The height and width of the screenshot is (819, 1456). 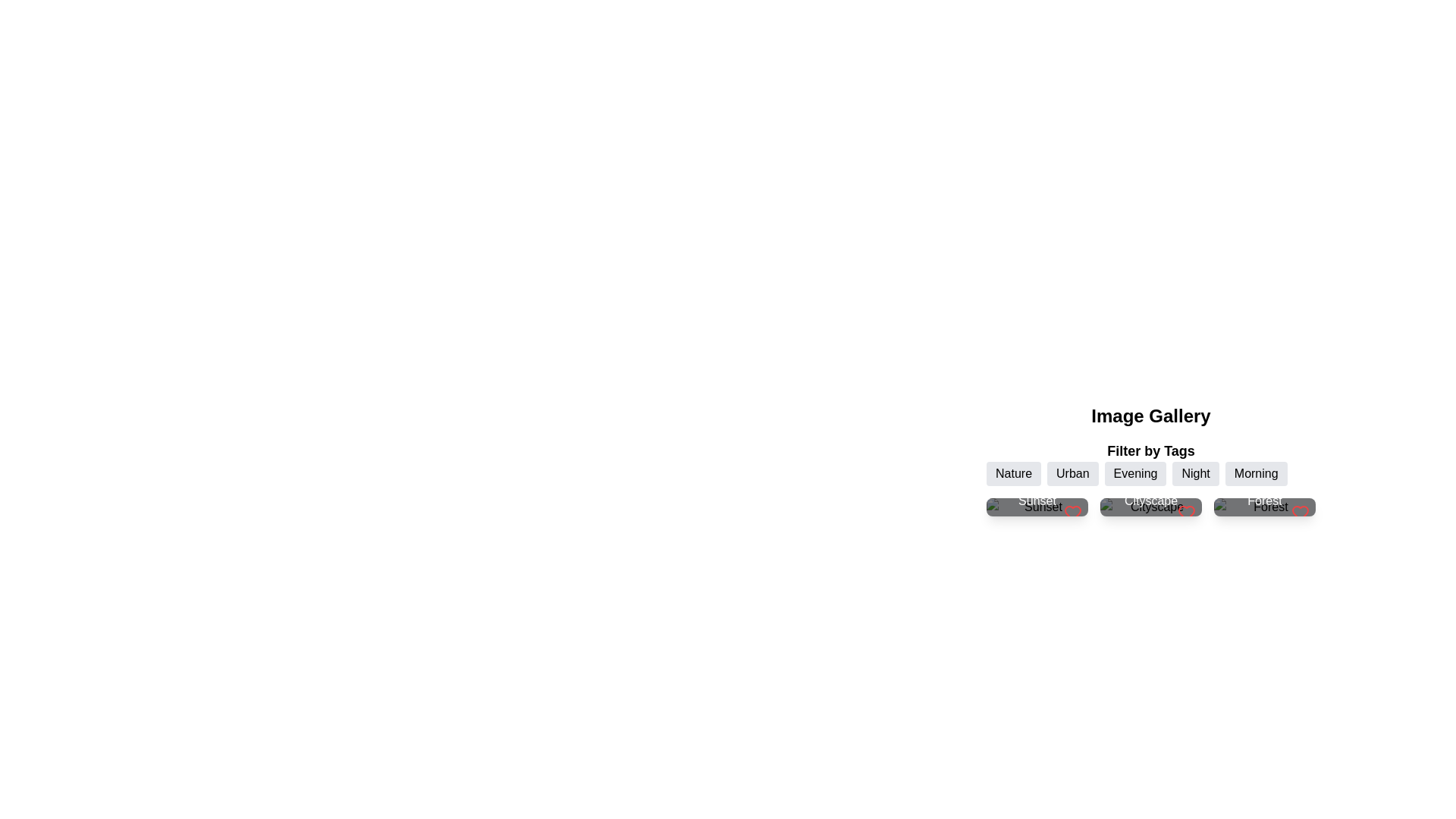 I want to click on the filter button for 'Evening' located in the 'Filter by Tags' section, so click(x=1135, y=472).